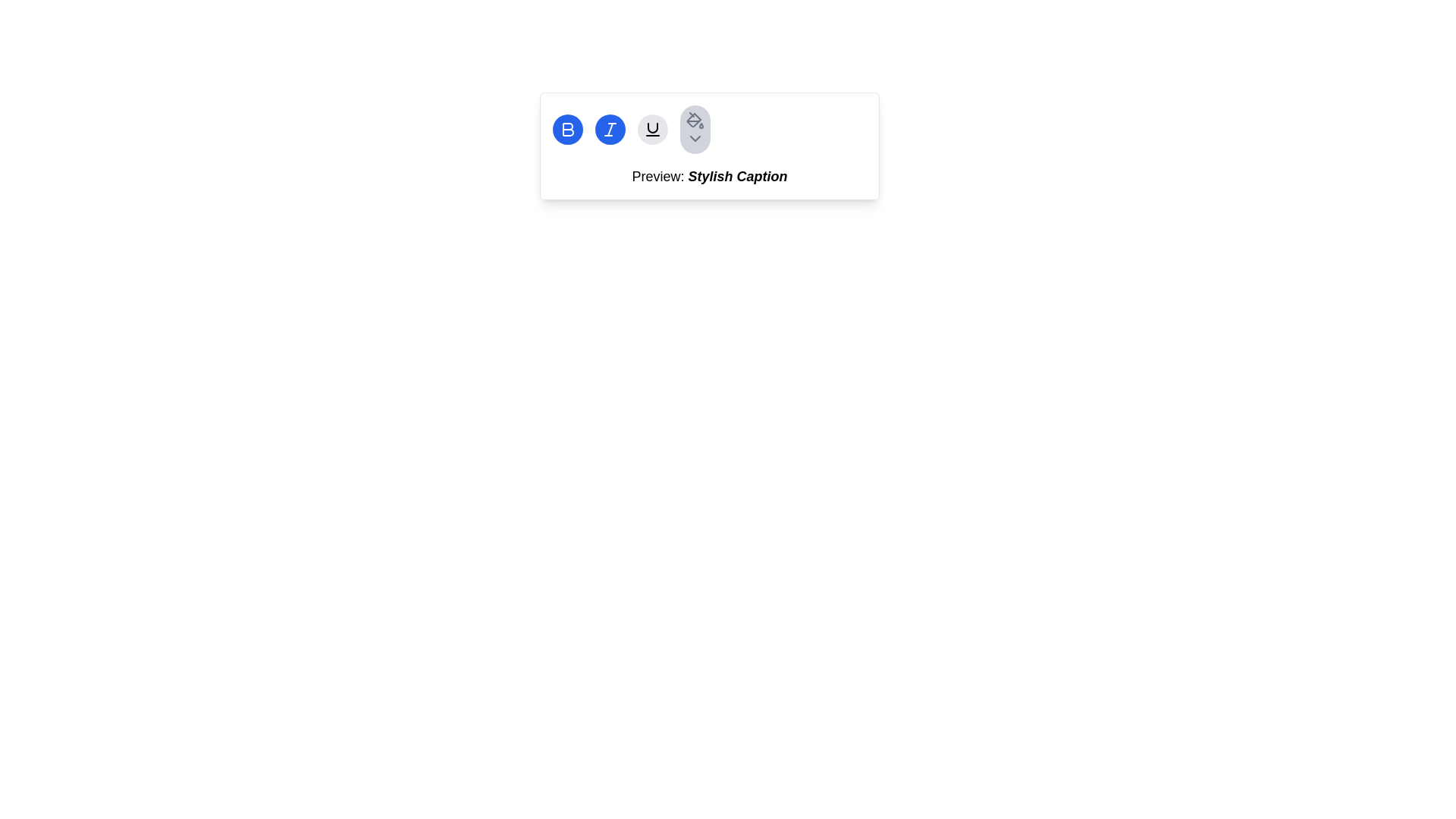 The width and height of the screenshot is (1456, 819). Describe the element at coordinates (652, 128) in the screenshot. I see `the underline formatting button located in the horizontal toolbar, which is the third button from the left` at that location.